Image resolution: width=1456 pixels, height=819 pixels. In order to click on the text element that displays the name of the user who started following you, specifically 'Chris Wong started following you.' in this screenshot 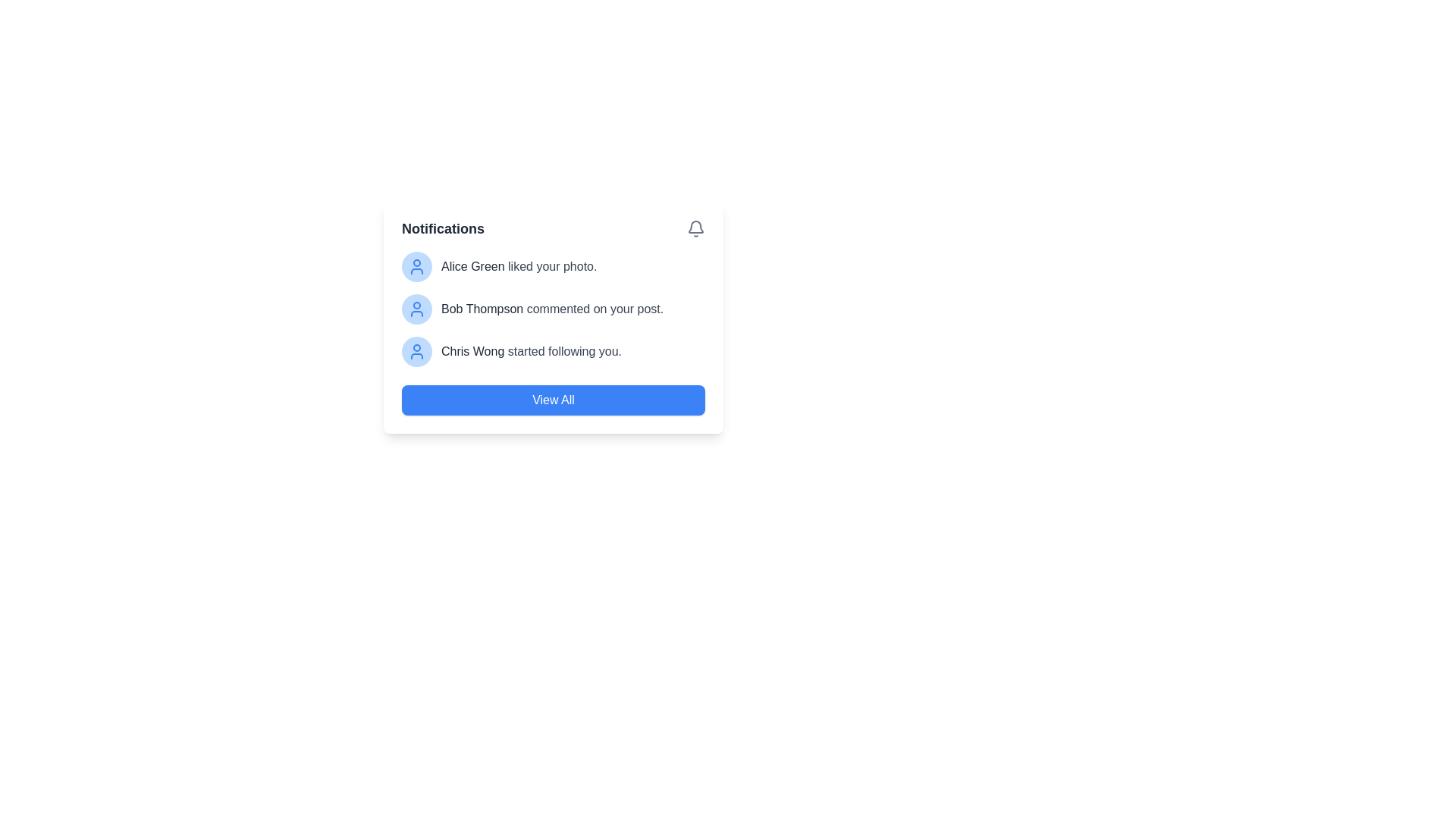, I will do `click(472, 351)`.